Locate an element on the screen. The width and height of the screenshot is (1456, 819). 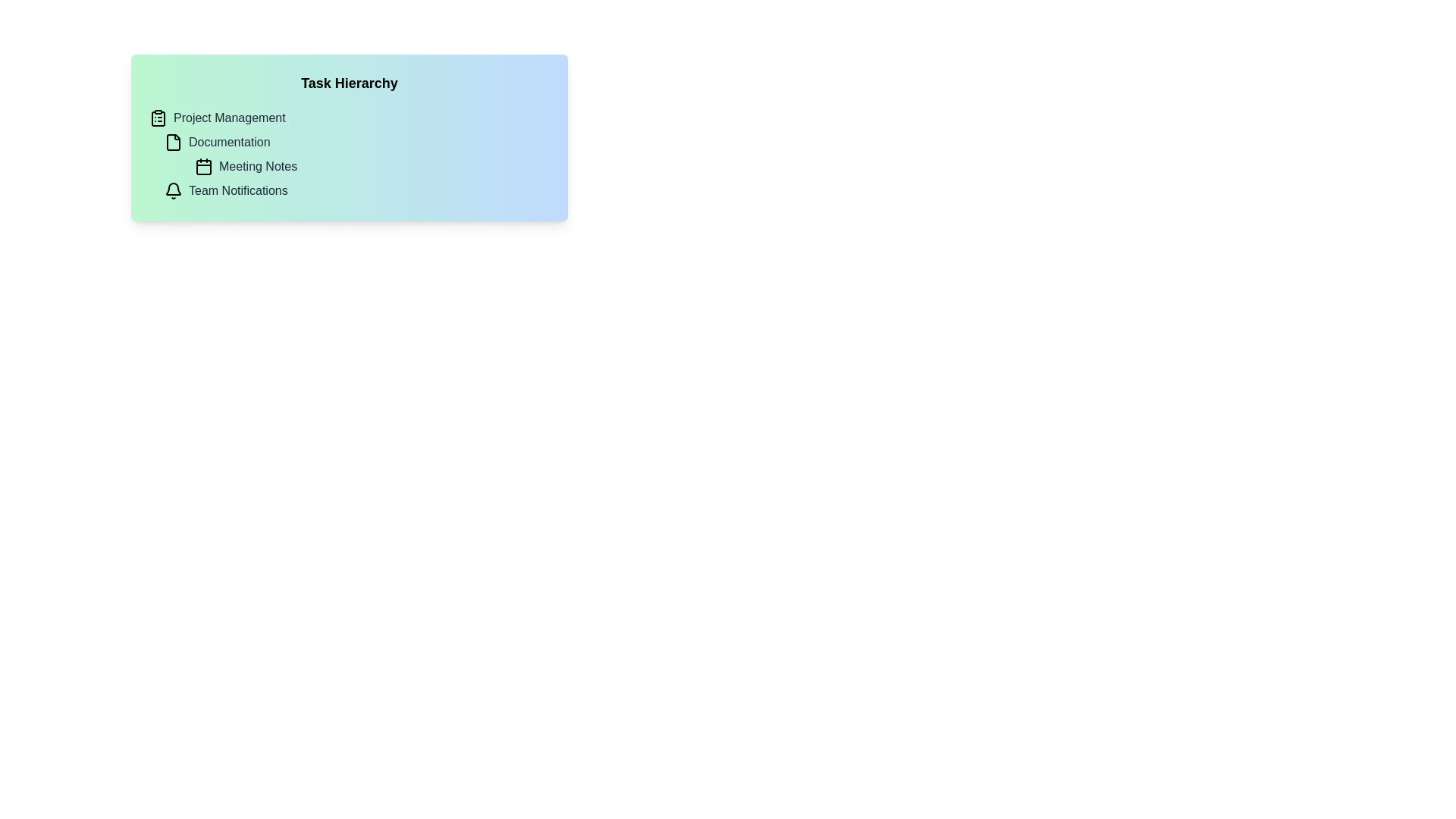
the Text Label indicating 'Project Management' in the navigation menu, located just below the clipboard icon and above 'Documentation' is located at coordinates (228, 117).